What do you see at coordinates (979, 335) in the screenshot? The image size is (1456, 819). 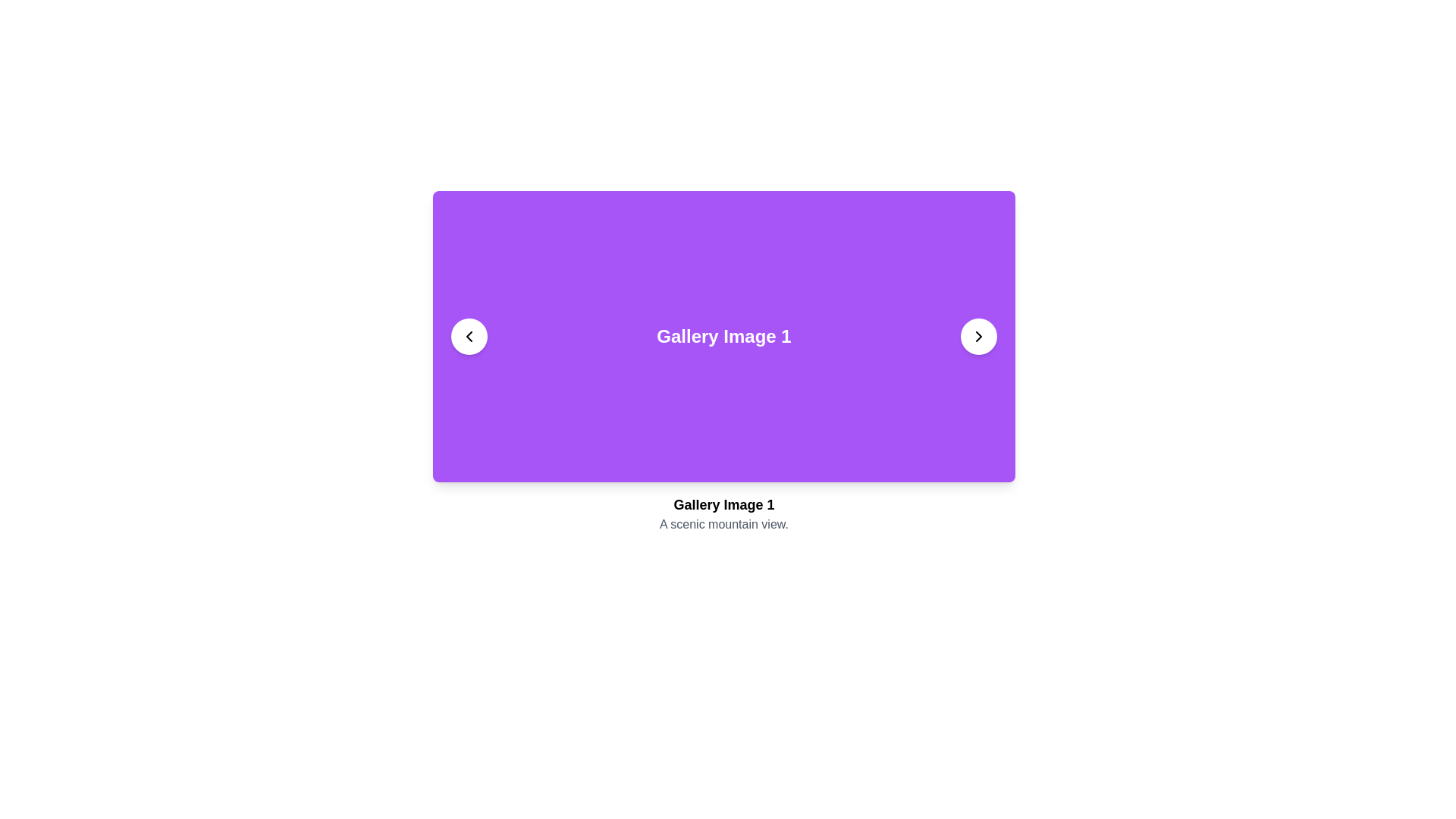 I see `the forward navigation button with a chevron icon located` at bounding box center [979, 335].